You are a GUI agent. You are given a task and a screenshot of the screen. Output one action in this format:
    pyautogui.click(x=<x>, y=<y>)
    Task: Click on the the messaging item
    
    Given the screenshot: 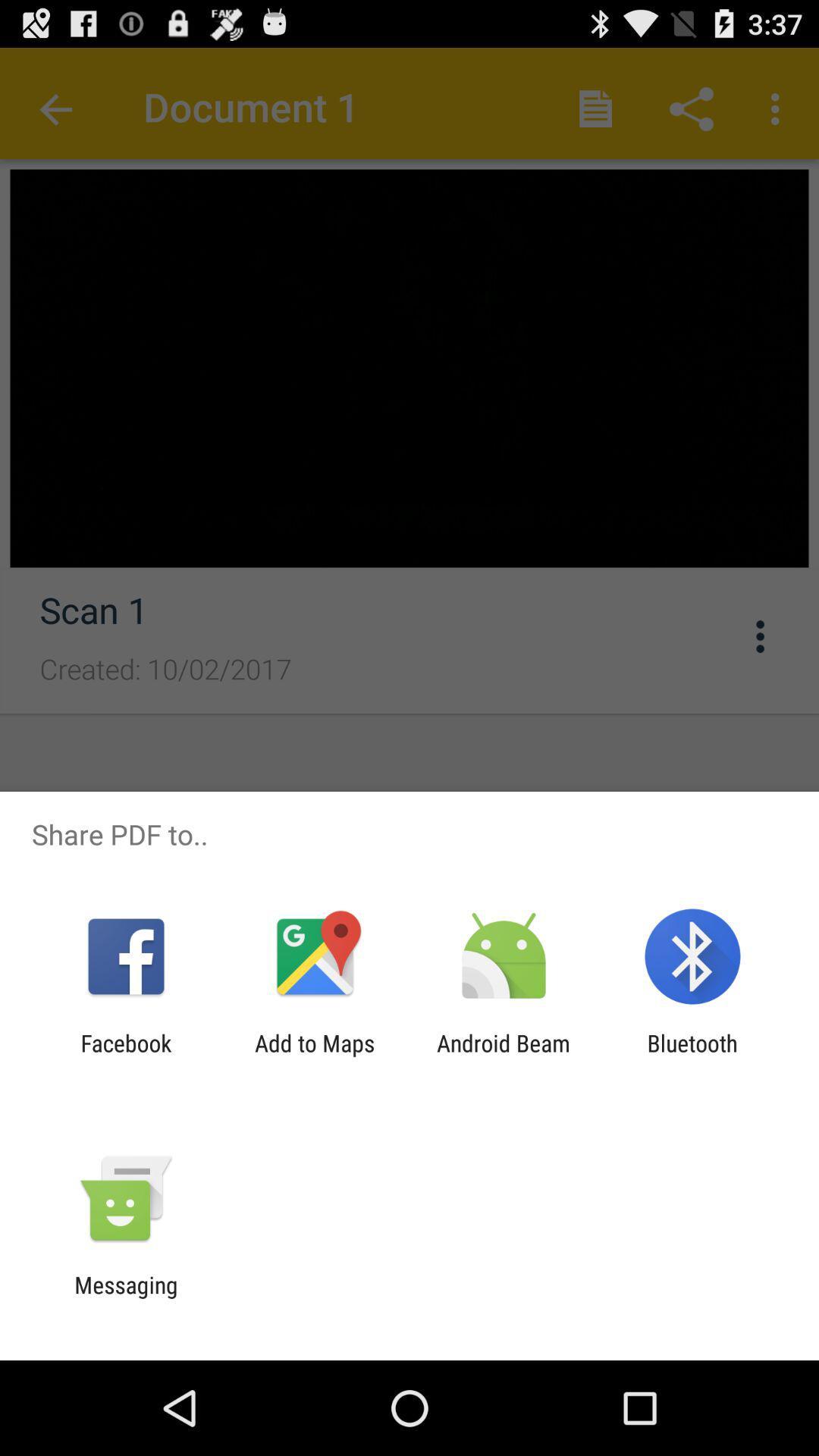 What is the action you would take?
    pyautogui.click(x=125, y=1298)
    